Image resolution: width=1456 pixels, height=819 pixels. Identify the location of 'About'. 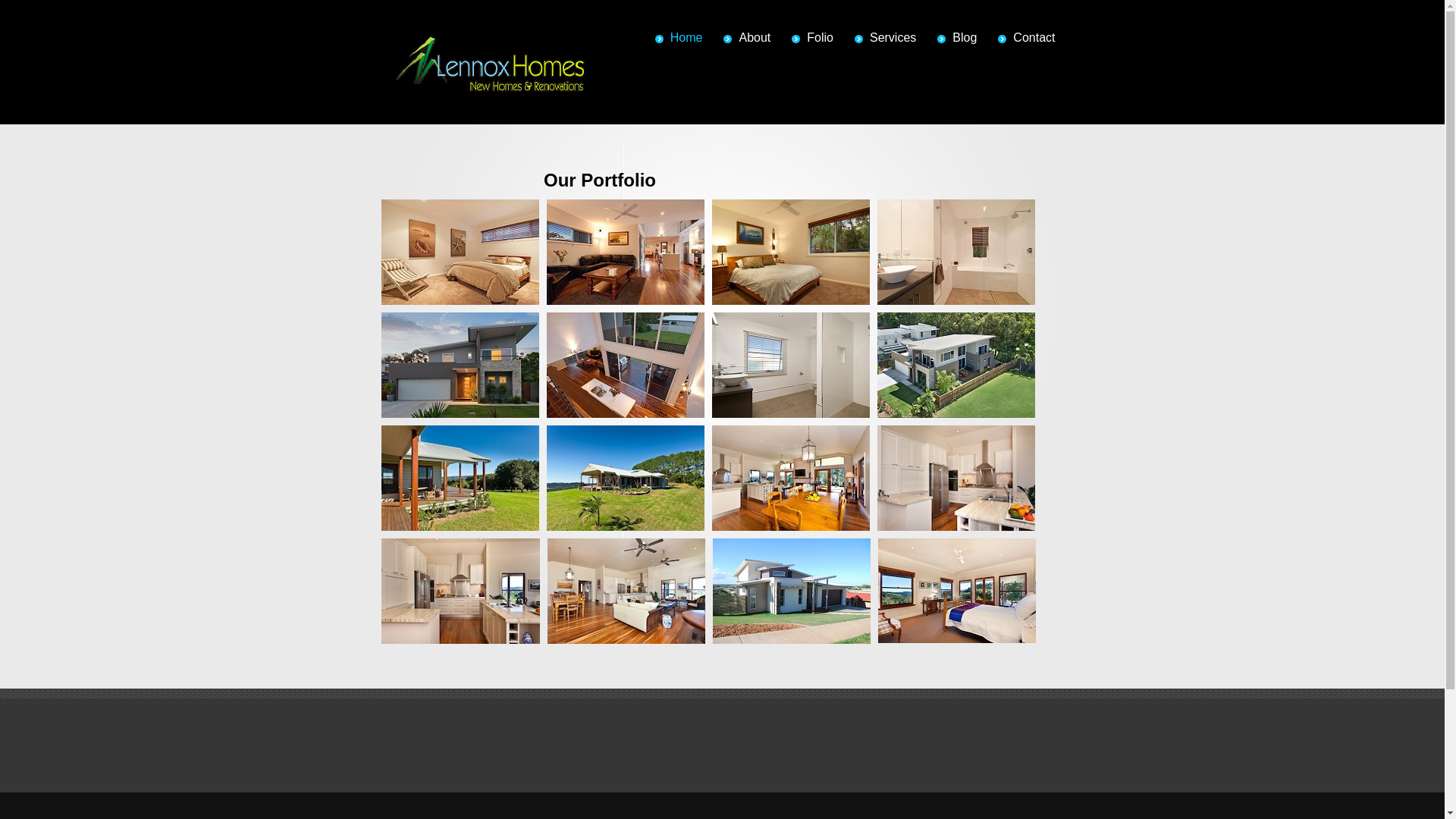
(746, 37).